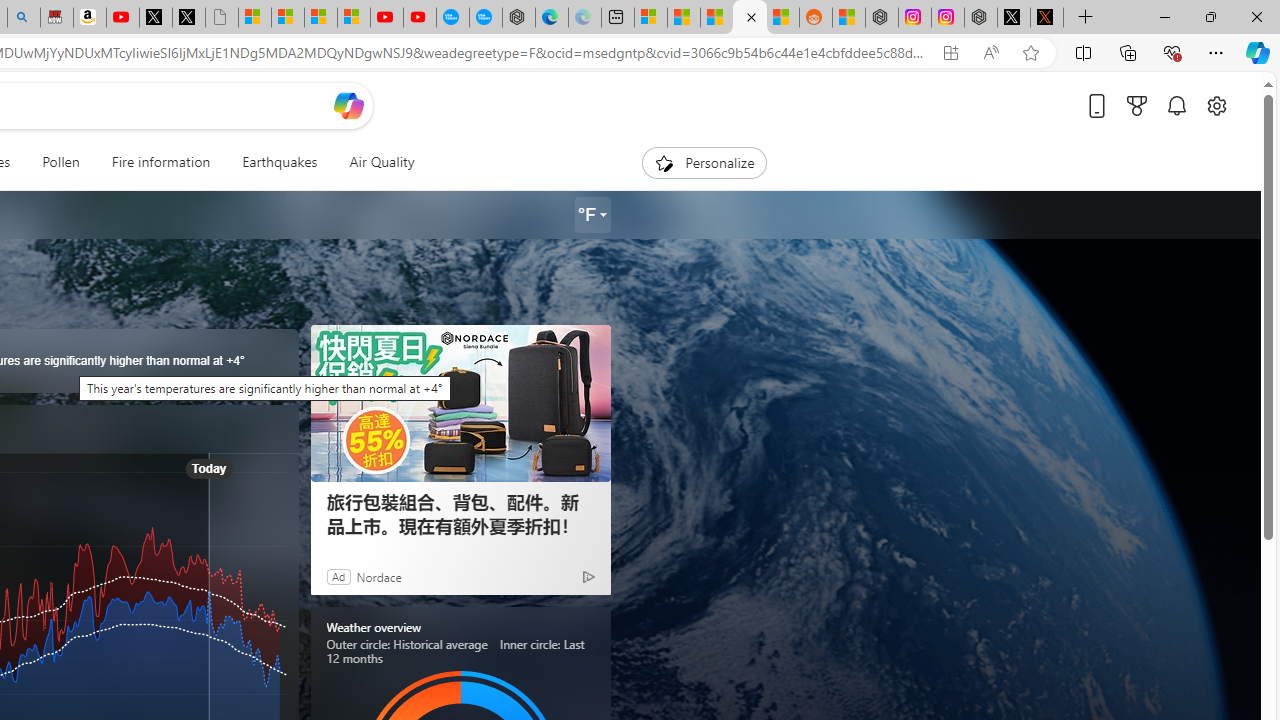 The image size is (1280, 720). What do you see at coordinates (1164, 16) in the screenshot?
I see `'Minimize'` at bounding box center [1164, 16].